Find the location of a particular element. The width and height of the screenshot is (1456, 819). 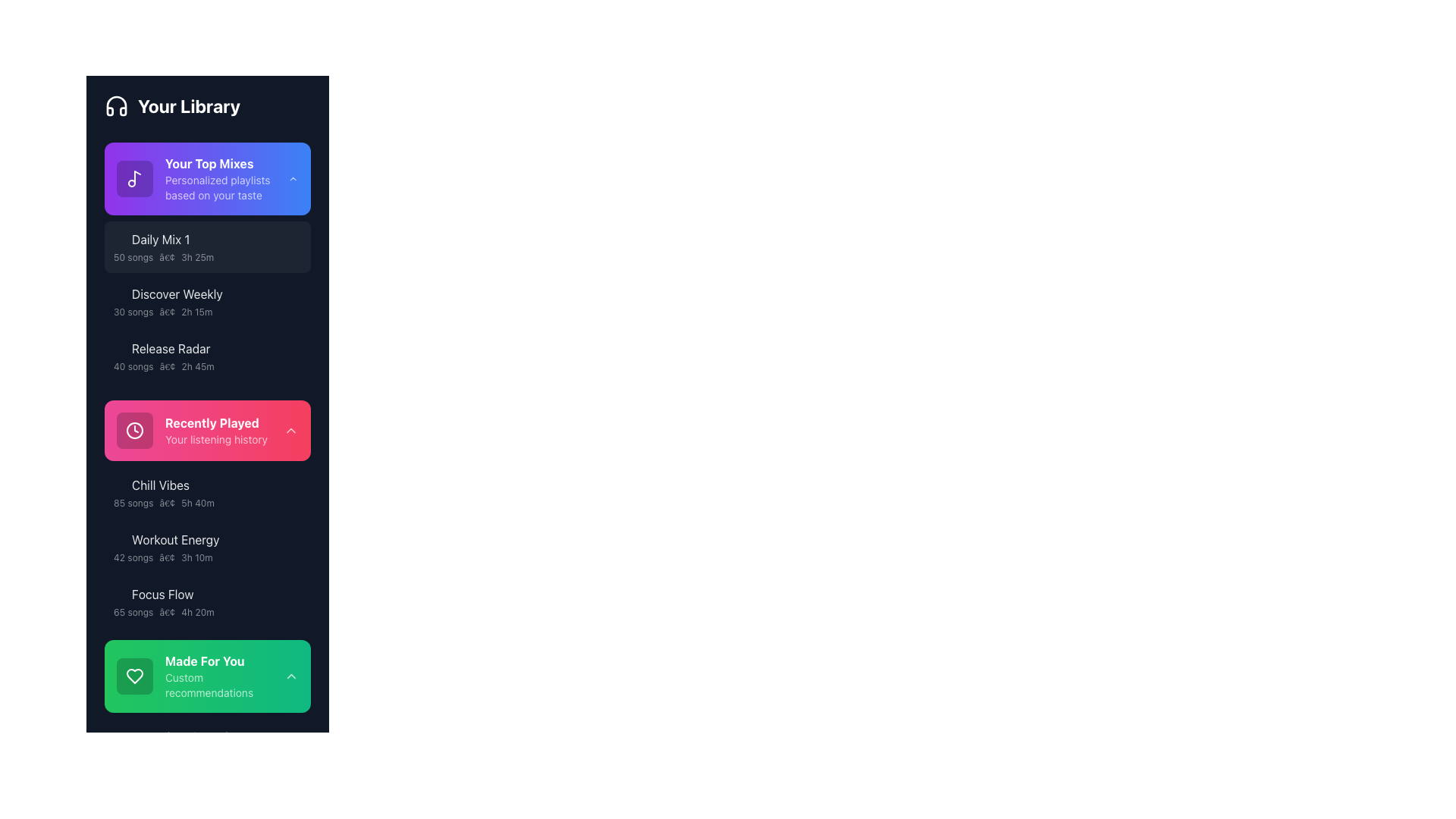

the text label displaying 'Focus Flow', which is styled in white and is the fifth item in a vertical list layout is located at coordinates (162, 593).